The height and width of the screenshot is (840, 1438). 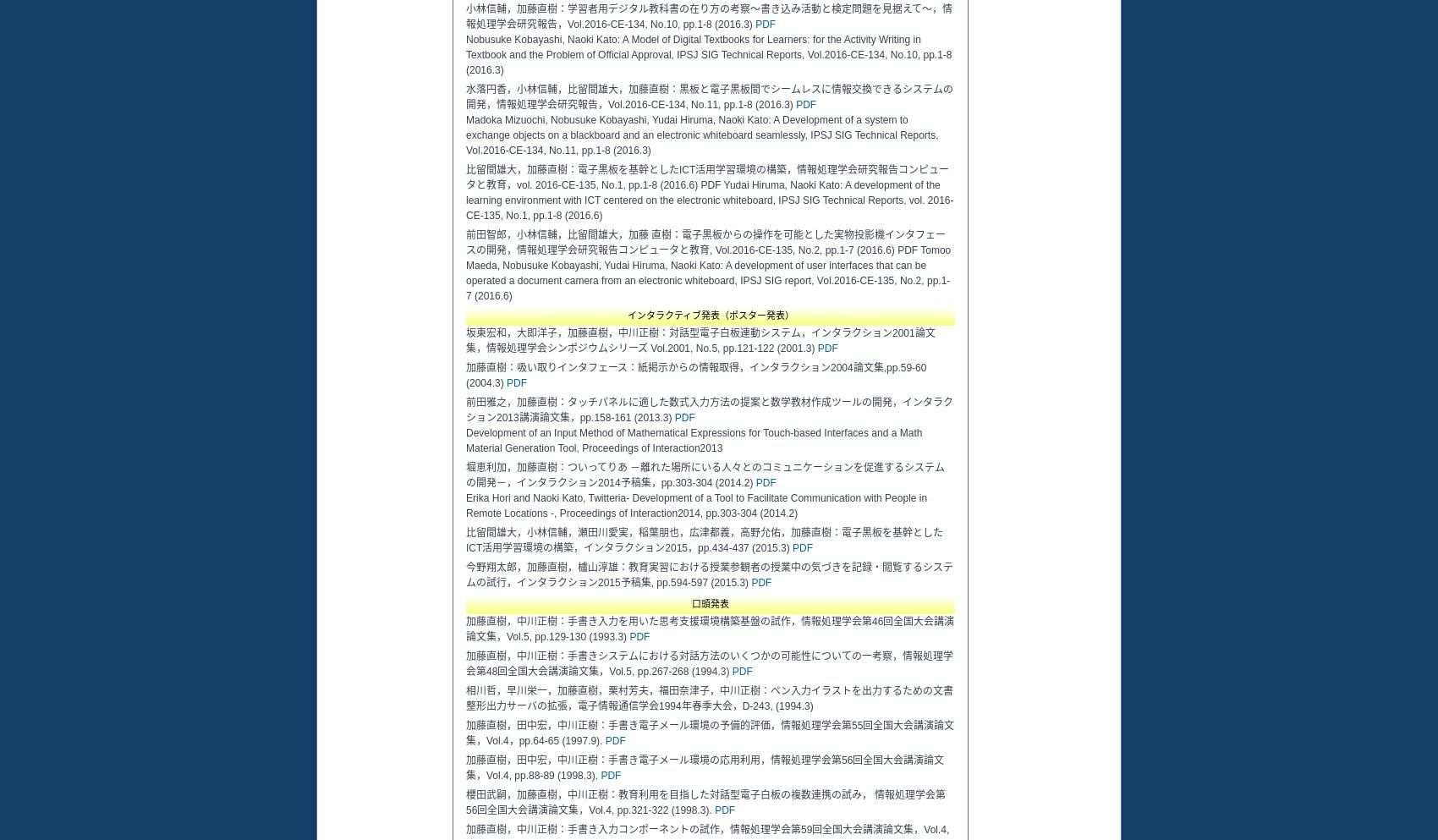 I want to click on 'Development of an Input Method of Mathematical Expressions for Touch-based Interfaces and a Math Material Generation Tool, Proceedings of Interaction2013', so click(x=693, y=441).